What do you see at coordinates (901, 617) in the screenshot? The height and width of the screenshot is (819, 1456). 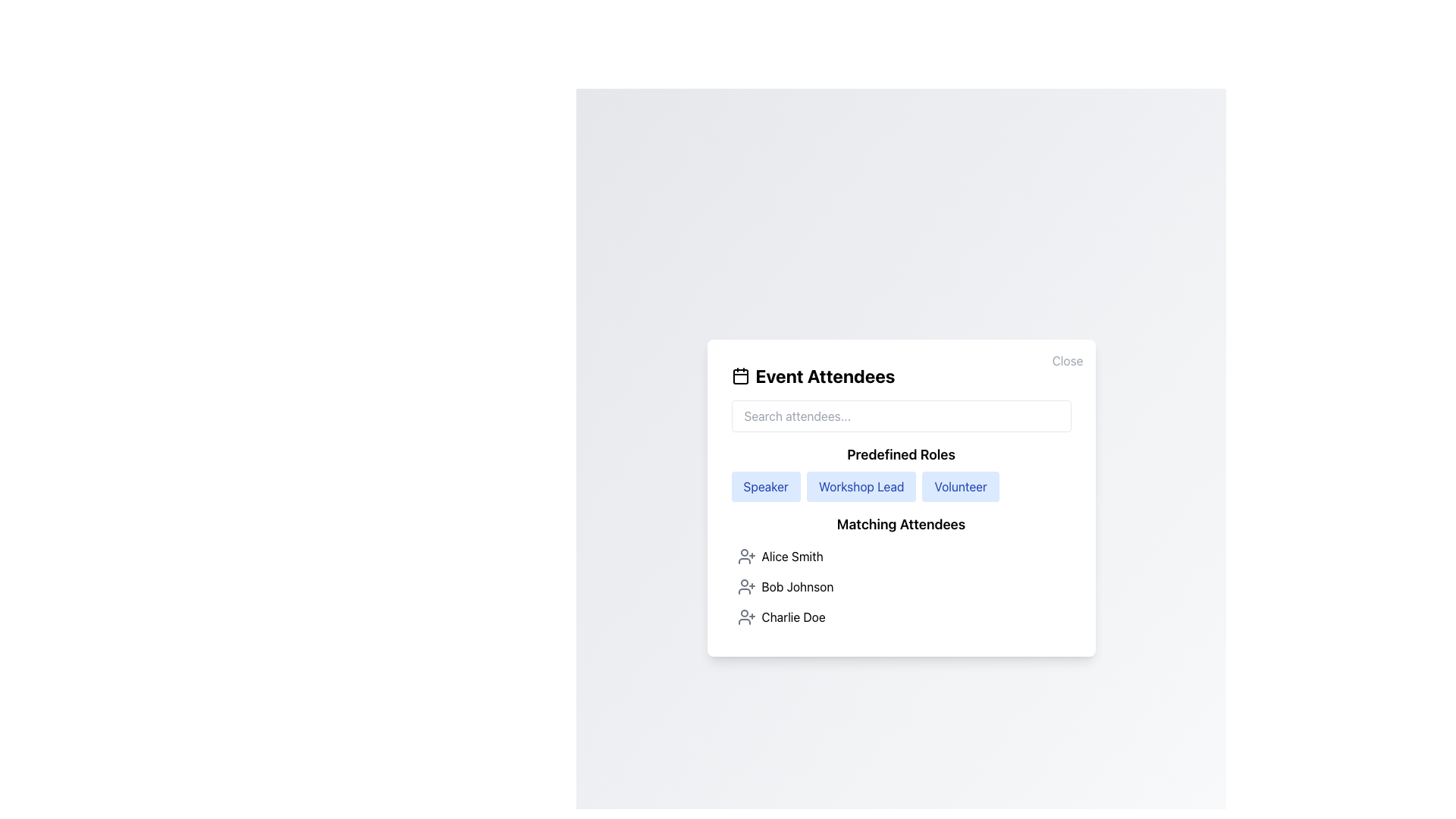 I see `the selectable list item representing attendee 'Charlie Doe'` at bounding box center [901, 617].